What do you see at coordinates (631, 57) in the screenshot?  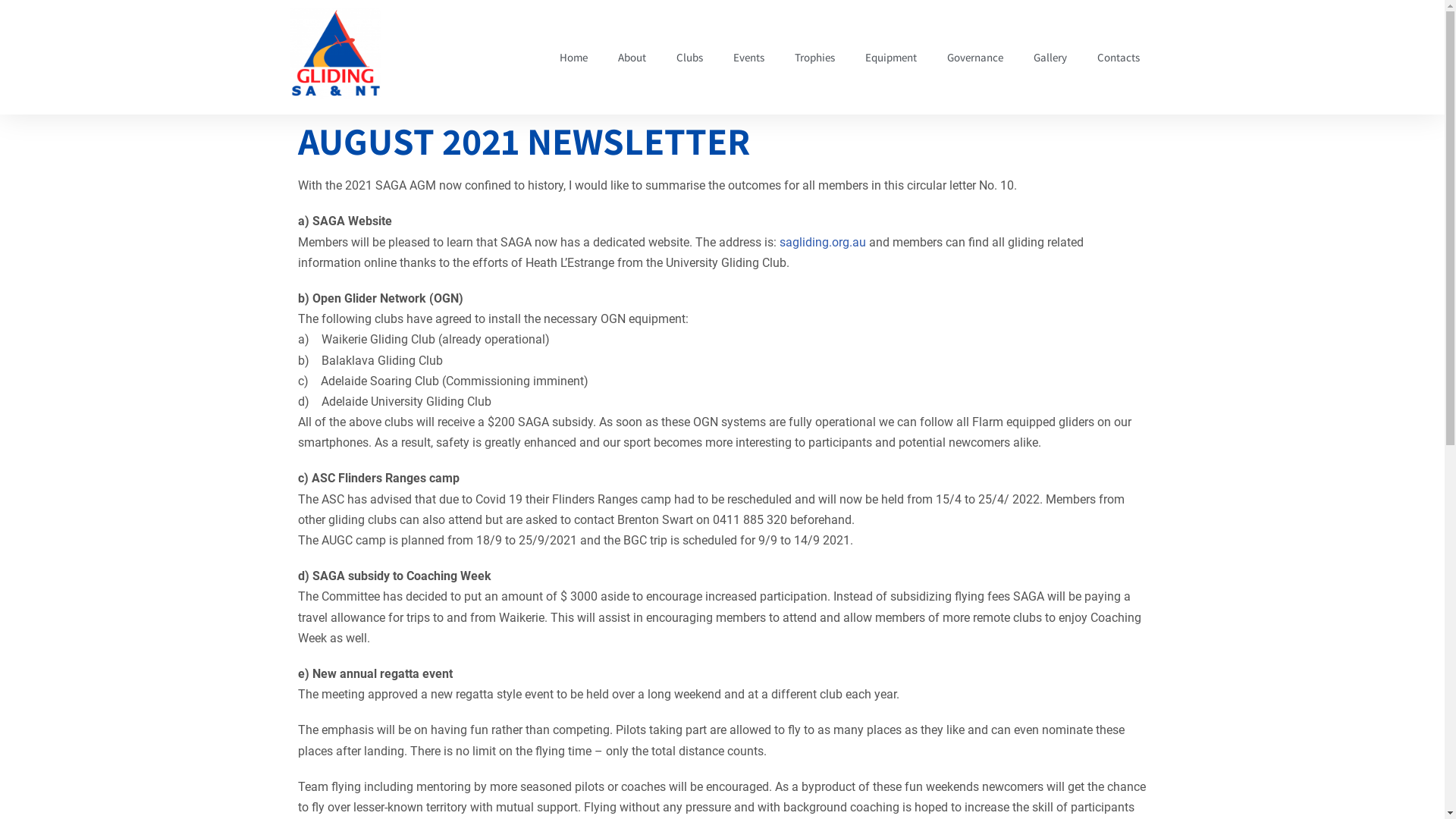 I see `'About'` at bounding box center [631, 57].